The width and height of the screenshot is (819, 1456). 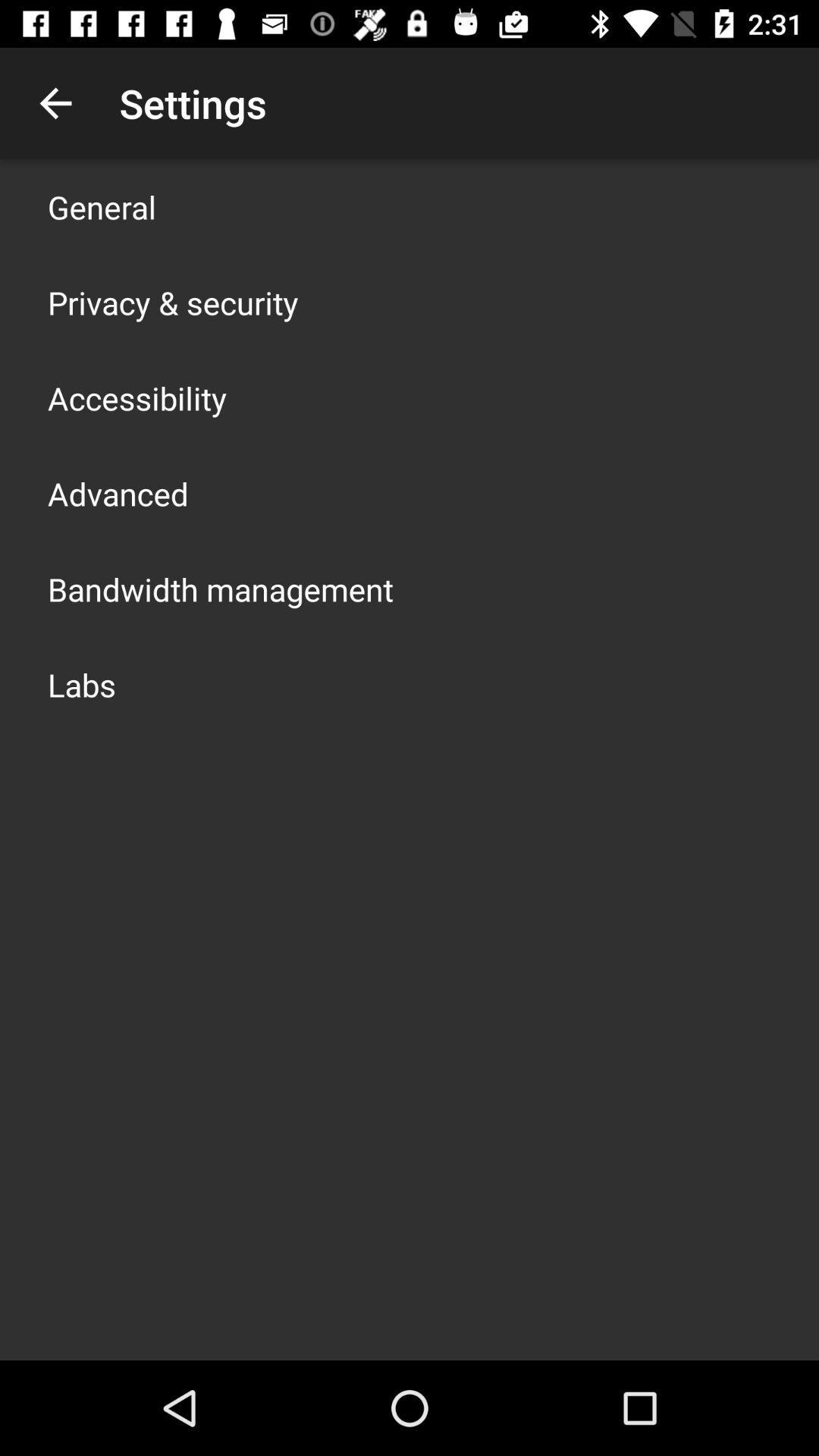 What do you see at coordinates (82, 683) in the screenshot?
I see `labs` at bounding box center [82, 683].